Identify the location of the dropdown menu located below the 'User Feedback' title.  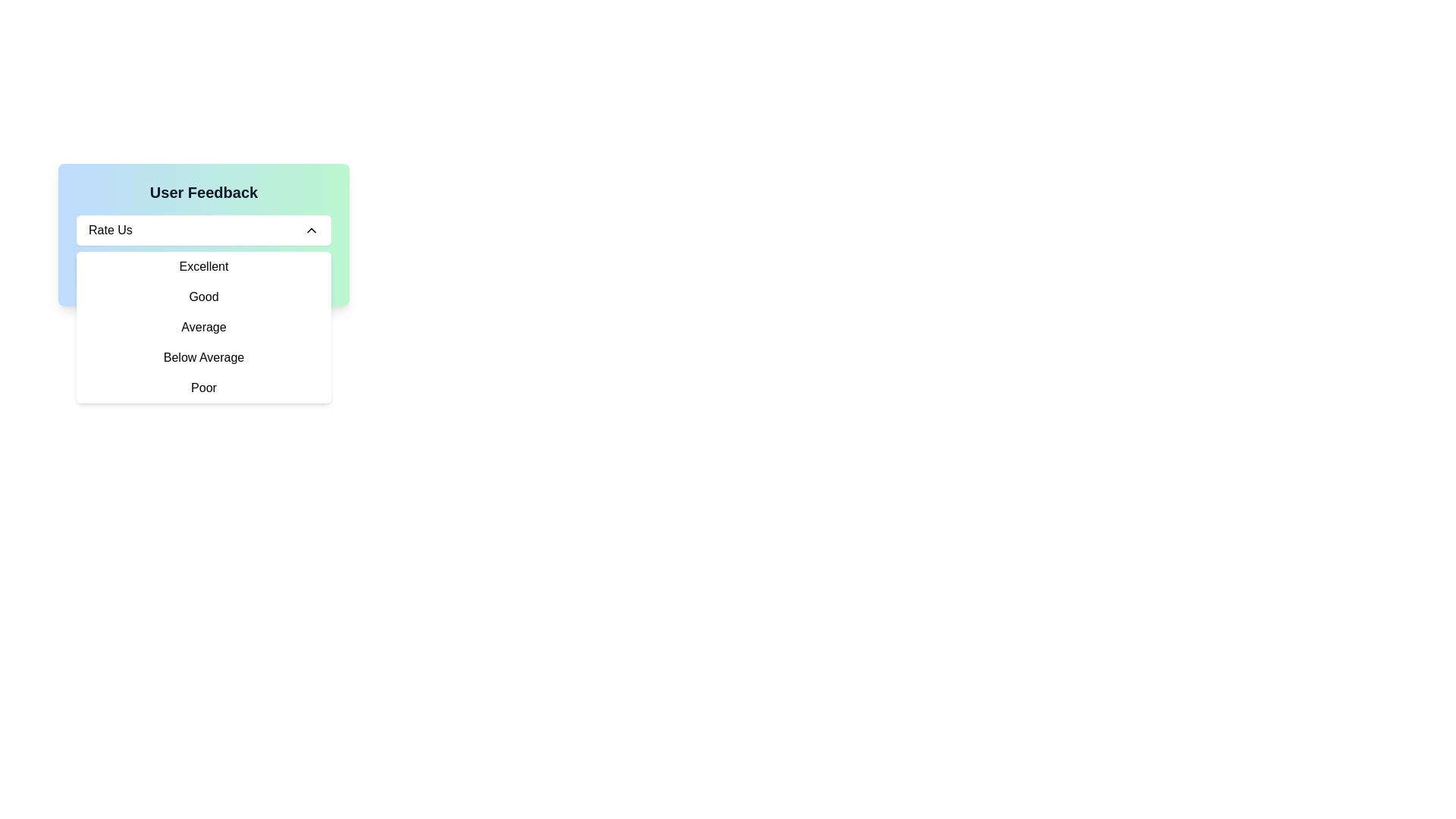
(202, 231).